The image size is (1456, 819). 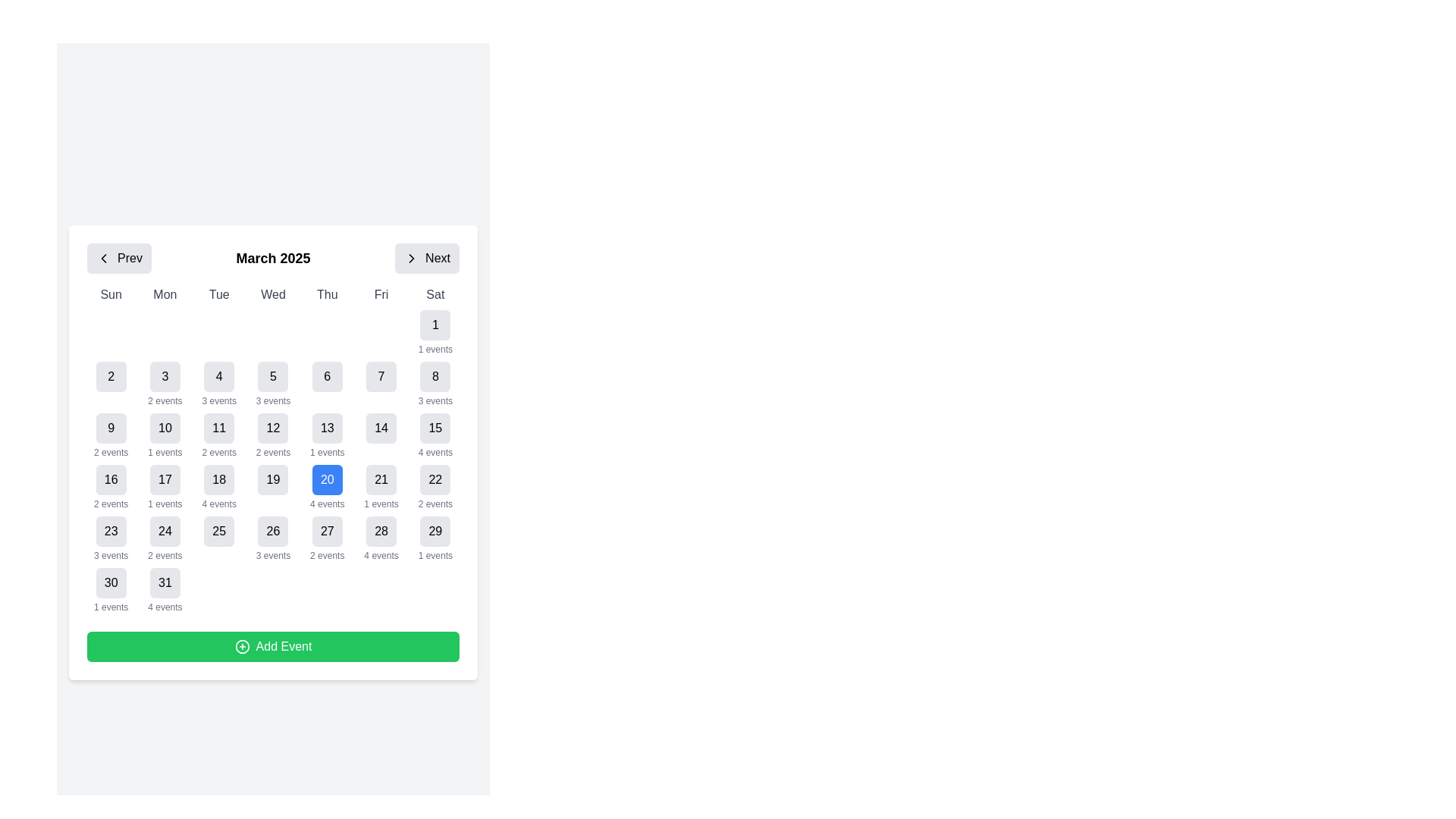 What do you see at coordinates (218, 479) in the screenshot?
I see `the clickable button representing the calendar date '18'` at bounding box center [218, 479].